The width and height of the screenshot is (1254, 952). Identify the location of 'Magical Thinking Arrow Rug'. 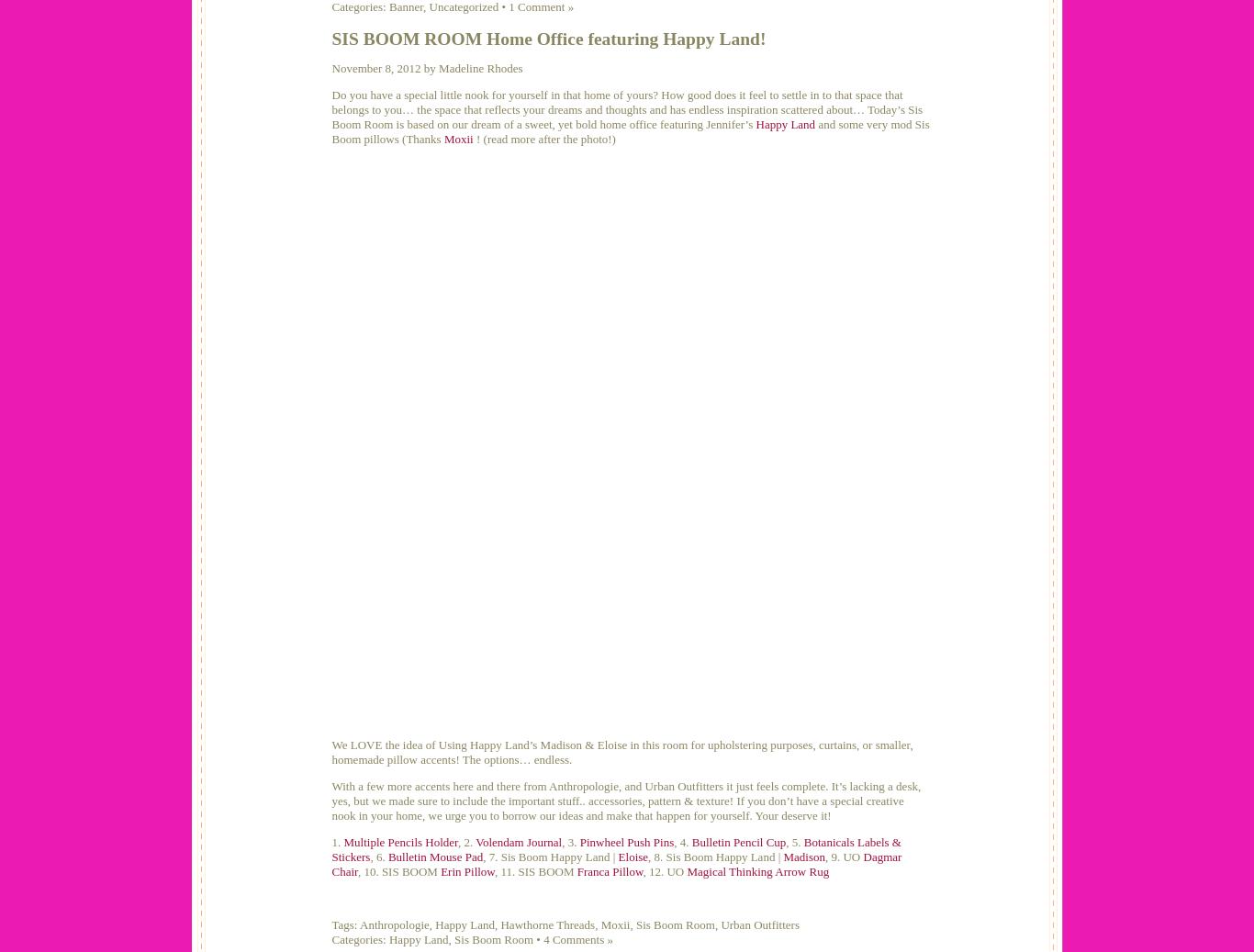
(756, 871).